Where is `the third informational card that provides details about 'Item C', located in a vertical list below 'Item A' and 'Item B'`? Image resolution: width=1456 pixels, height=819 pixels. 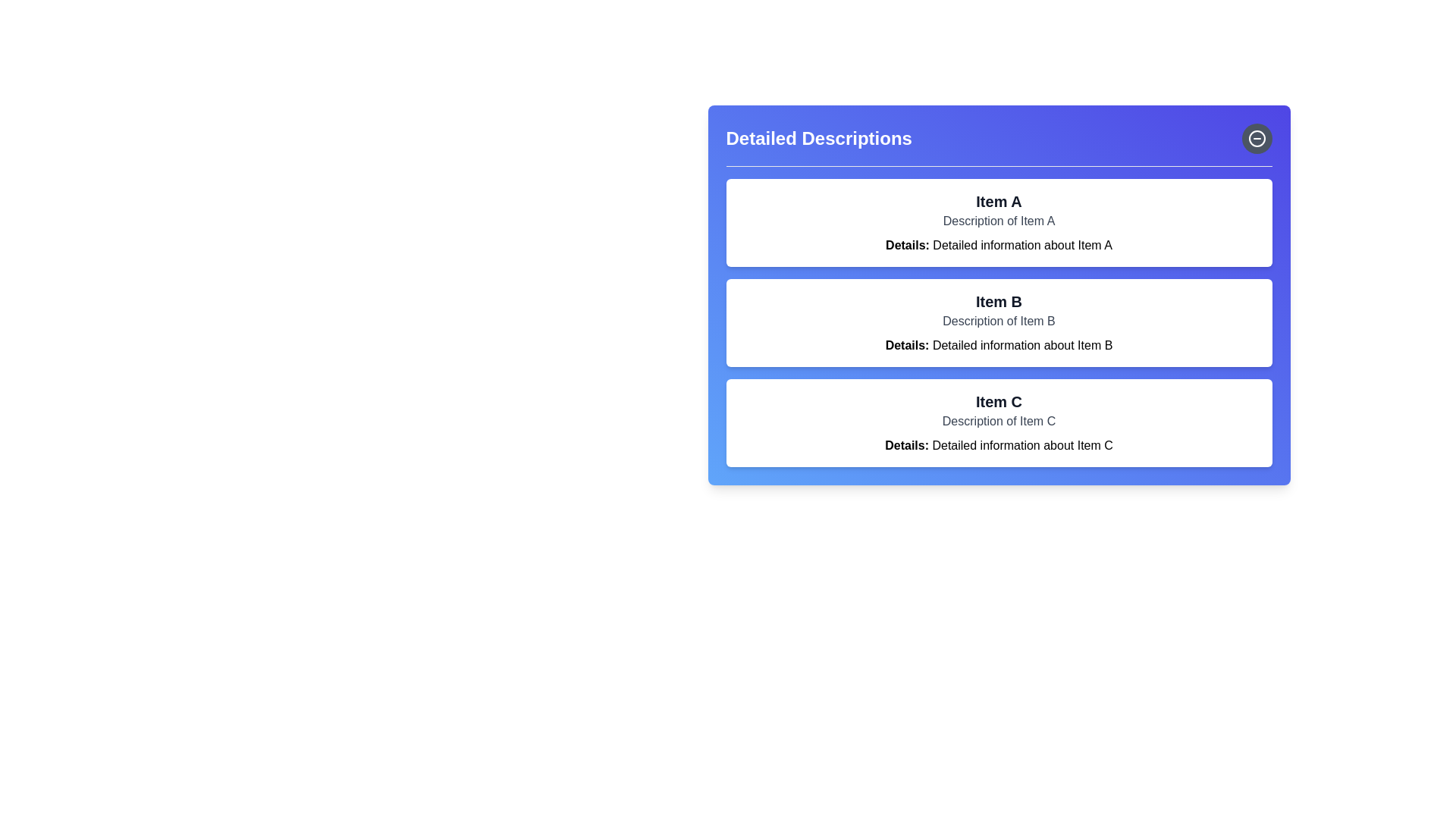
the third informational card that provides details about 'Item C', located in a vertical list below 'Item A' and 'Item B' is located at coordinates (999, 423).